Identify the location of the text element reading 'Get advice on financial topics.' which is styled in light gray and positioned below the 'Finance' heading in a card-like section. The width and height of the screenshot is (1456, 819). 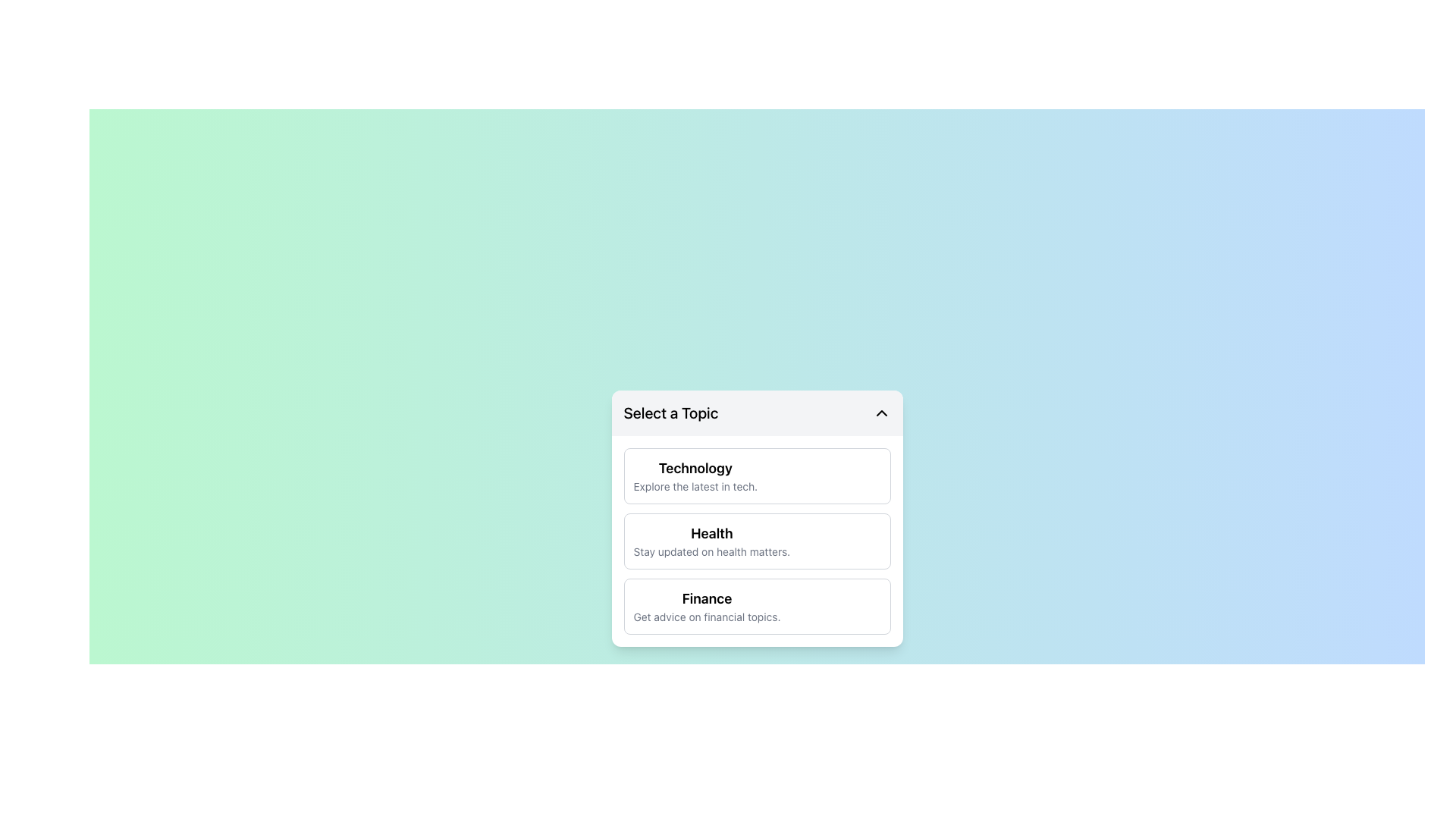
(706, 617).